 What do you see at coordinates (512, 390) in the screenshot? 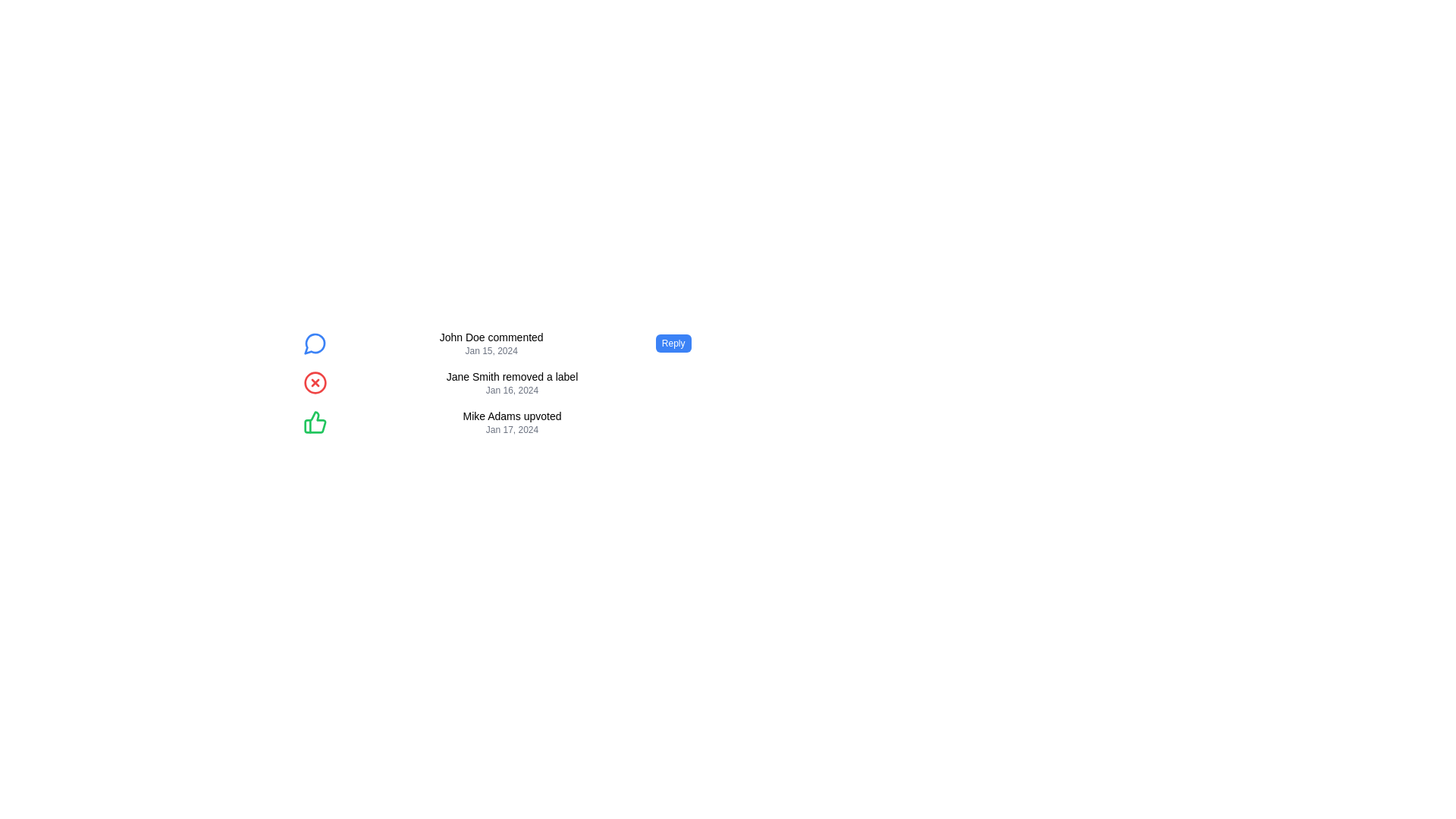
I see `the text label displaying the date associated with the action 'Jane Smith removed a label', located in the second informational group on the page` at bounding box center [512, 390].